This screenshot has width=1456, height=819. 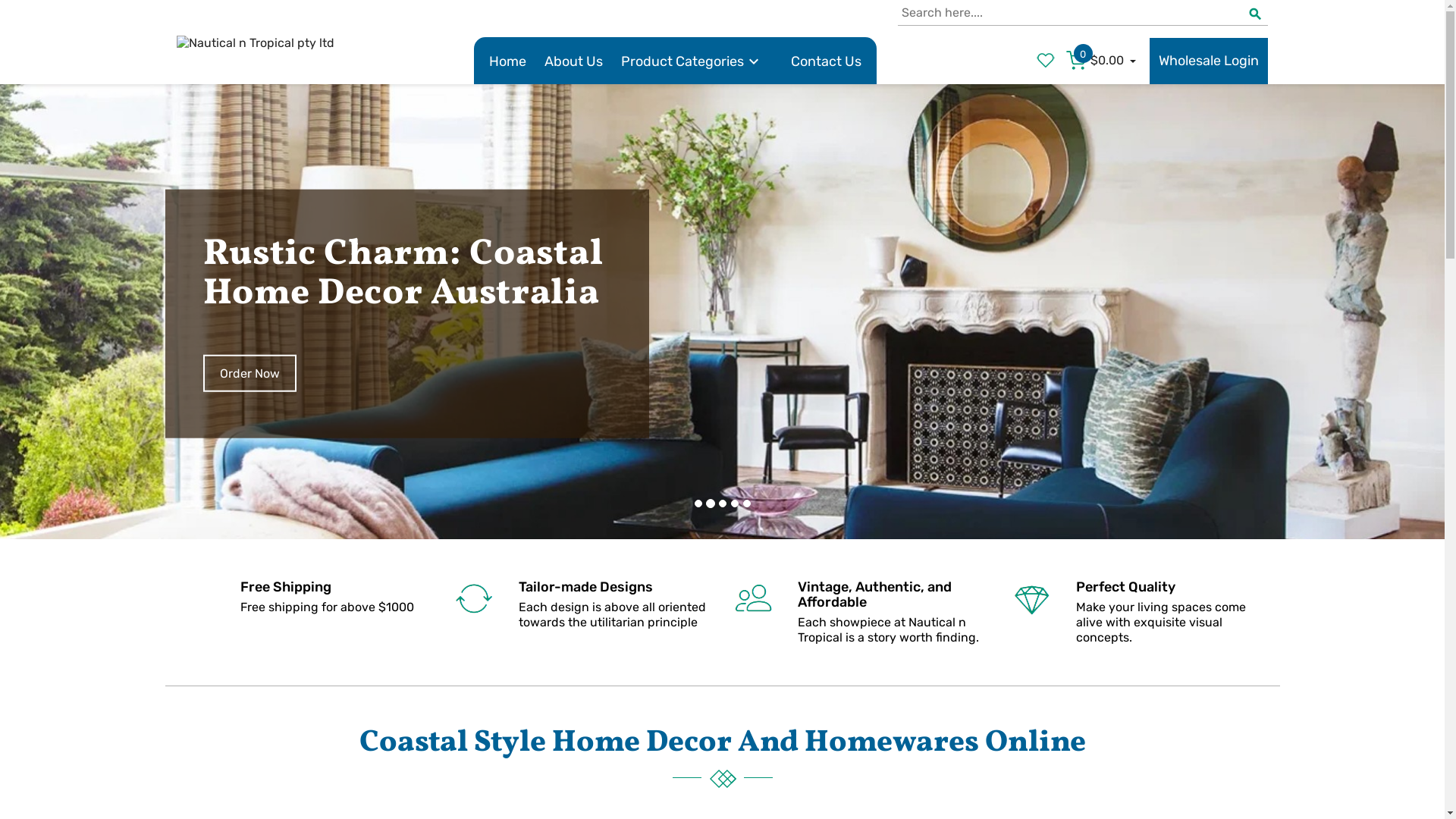 What do you see at coordinates (249, 336) in the screenshot?
I see `'Order Now'` at bounding box center [249, 336].